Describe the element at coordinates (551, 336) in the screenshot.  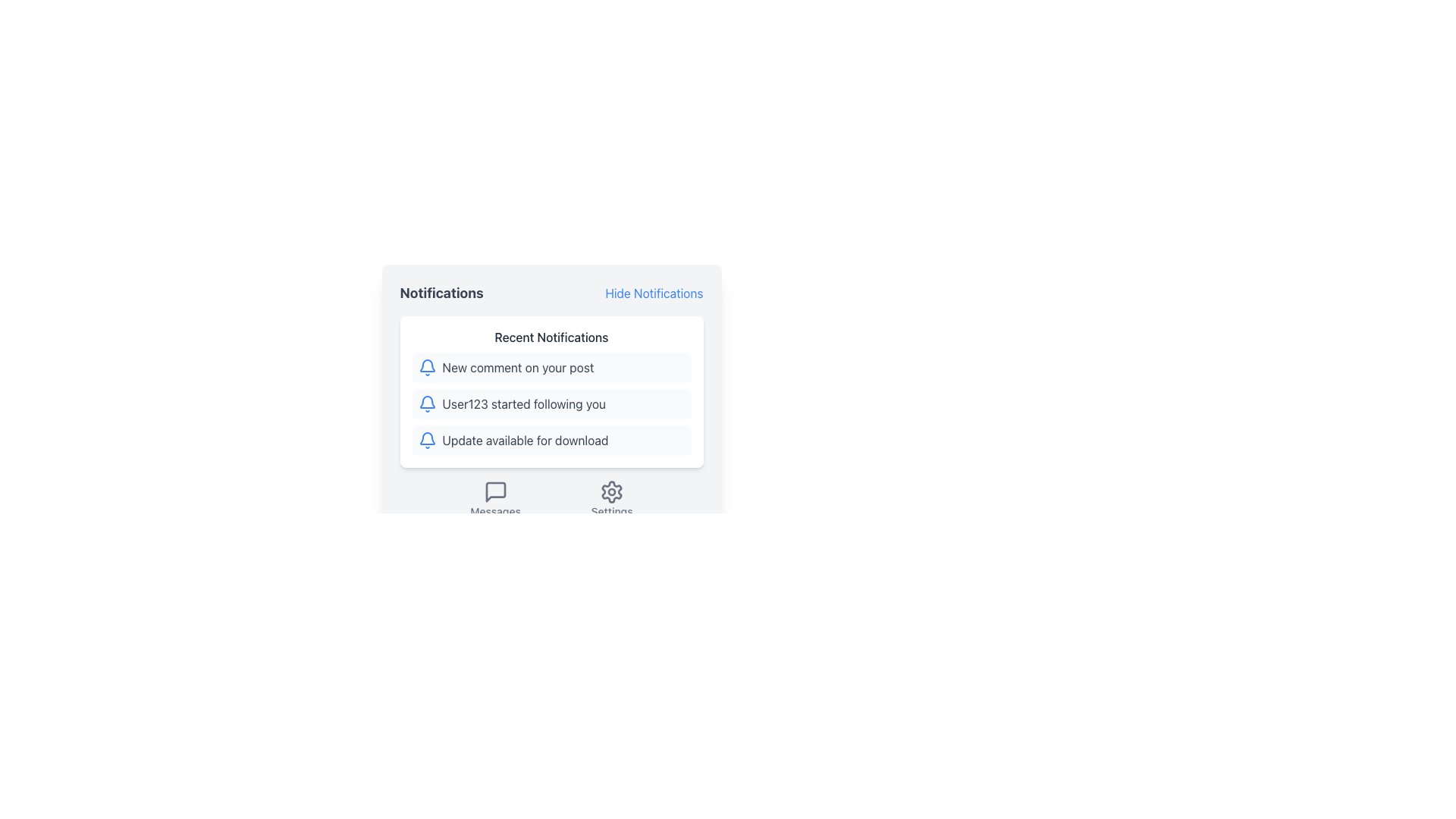
I see `text label that serves as a header for the notification section, indicating that the subsequent list contains recent notifications` at that location.